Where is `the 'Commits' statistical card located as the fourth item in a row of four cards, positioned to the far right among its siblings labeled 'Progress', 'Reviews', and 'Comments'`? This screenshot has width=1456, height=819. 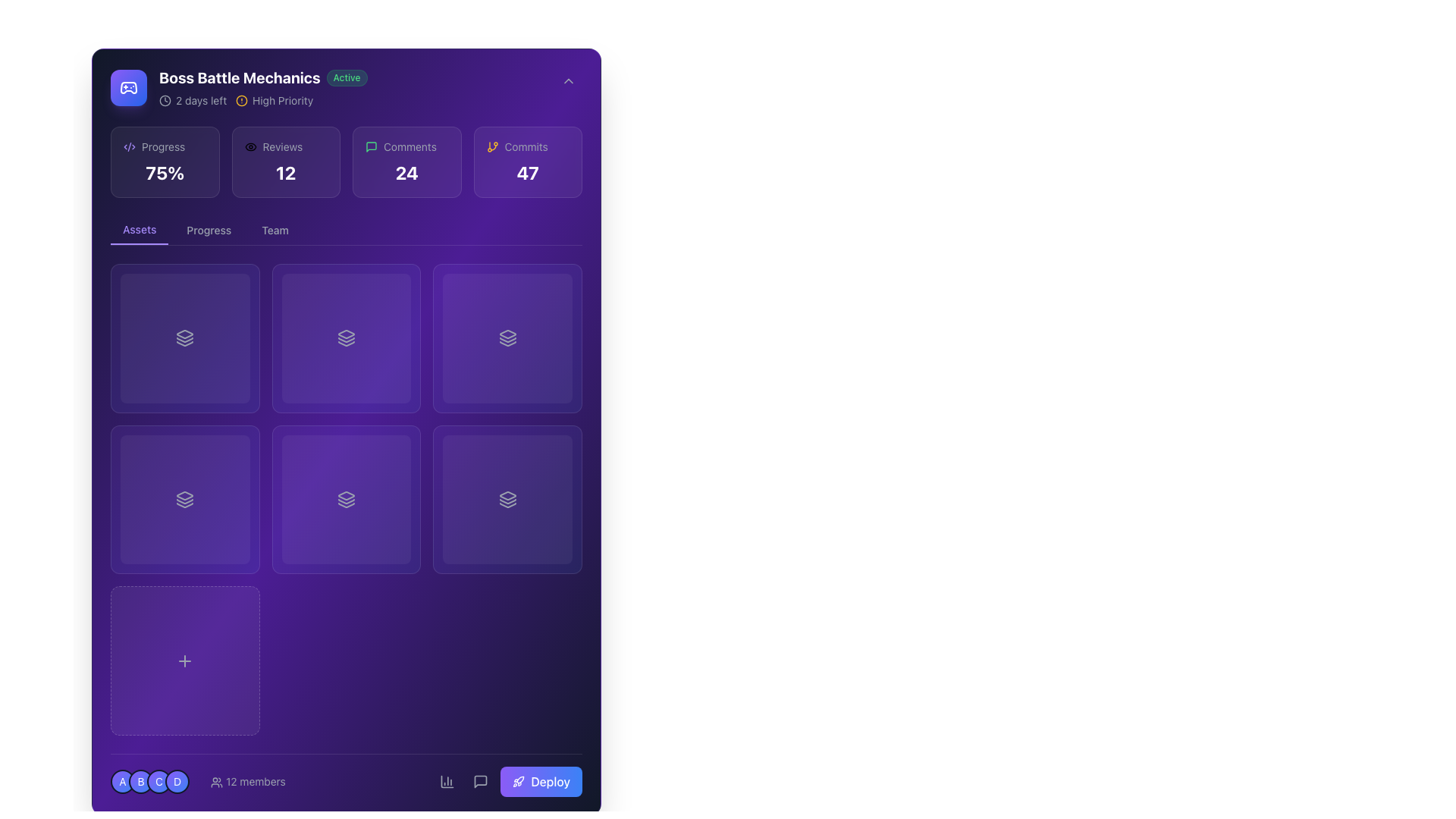 the 'Commits' statistical card located as the fourth item in a row of four cards, positioned to the far right among its siblings labeled 'Progress', 'Reviews', and 'Comments' is located at coordinates (528, 162).